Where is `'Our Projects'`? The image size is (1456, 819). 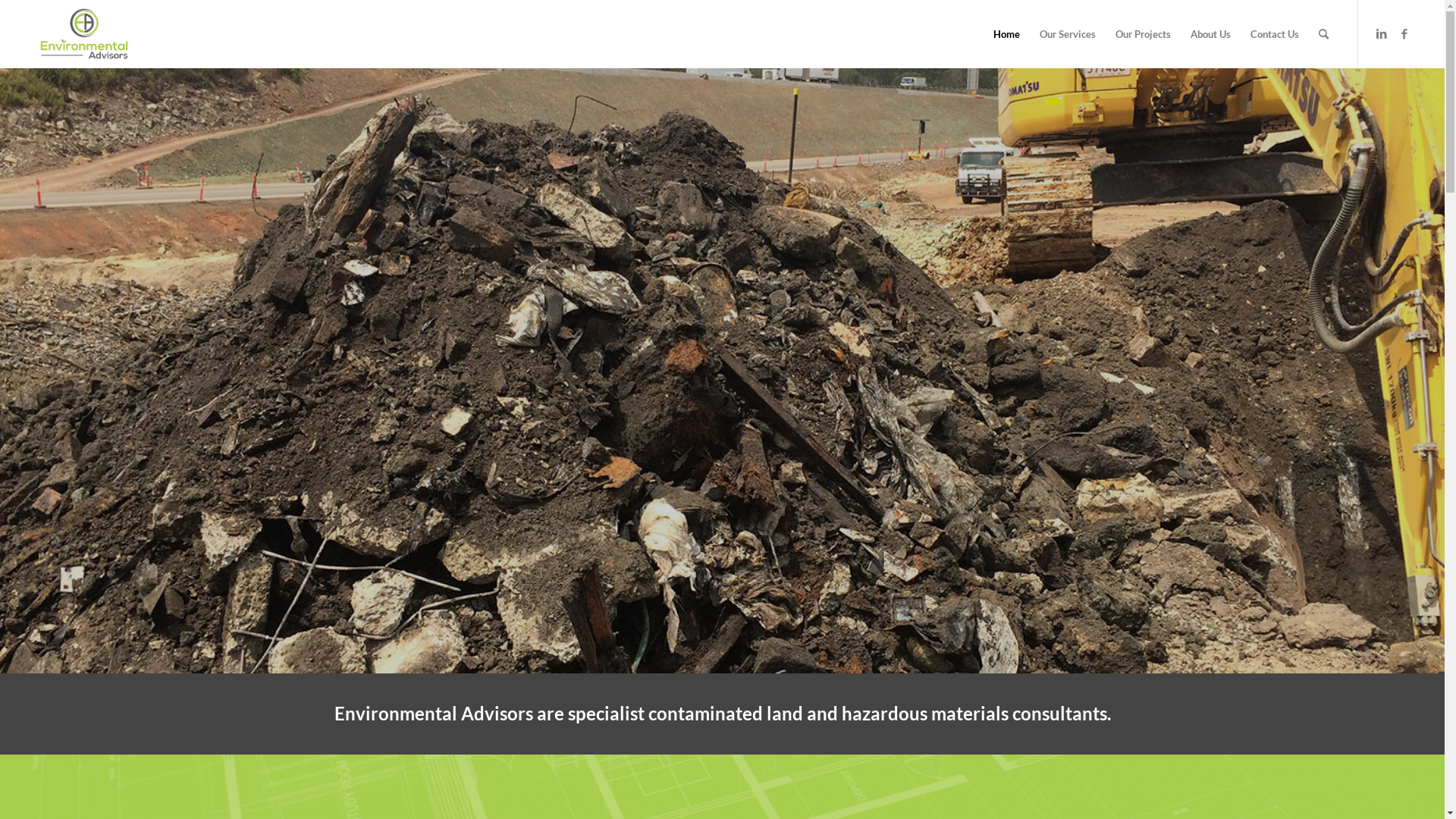
'Our Projects' is located at coordinates (1143, 34).